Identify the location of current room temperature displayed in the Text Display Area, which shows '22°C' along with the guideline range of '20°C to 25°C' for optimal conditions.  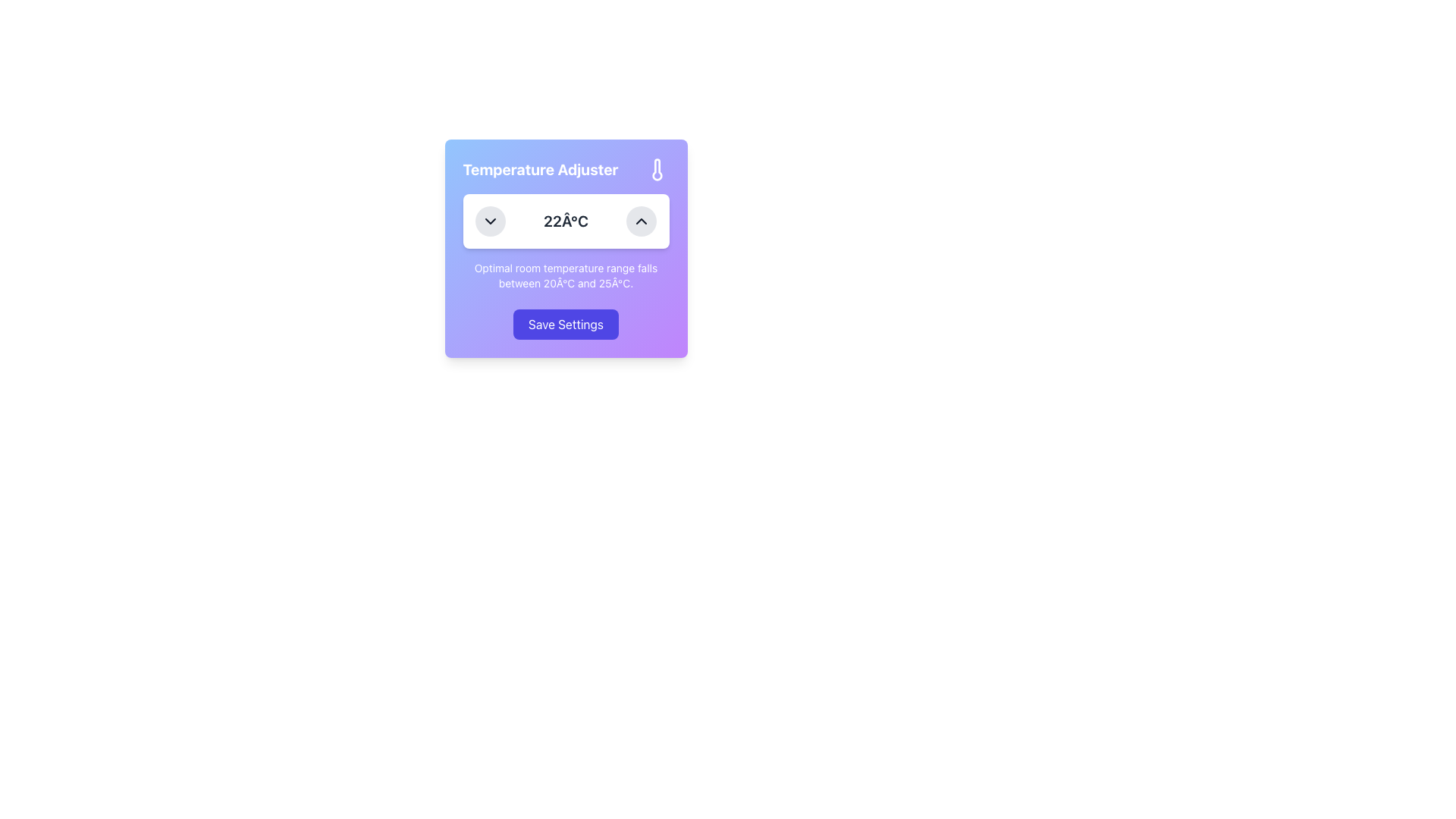
(565, 242).